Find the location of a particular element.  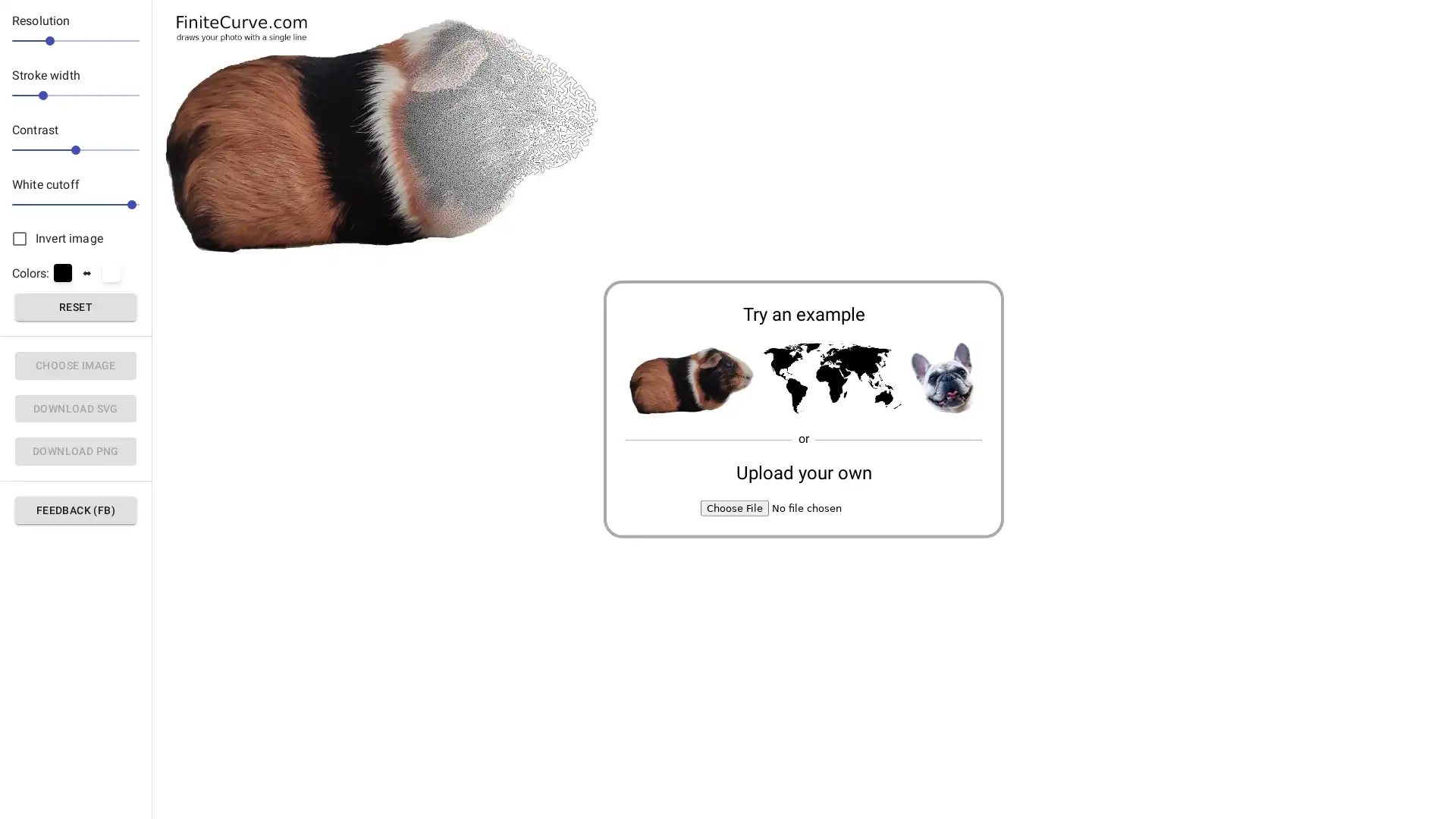

Choose File is located at coordinates (735, 508).